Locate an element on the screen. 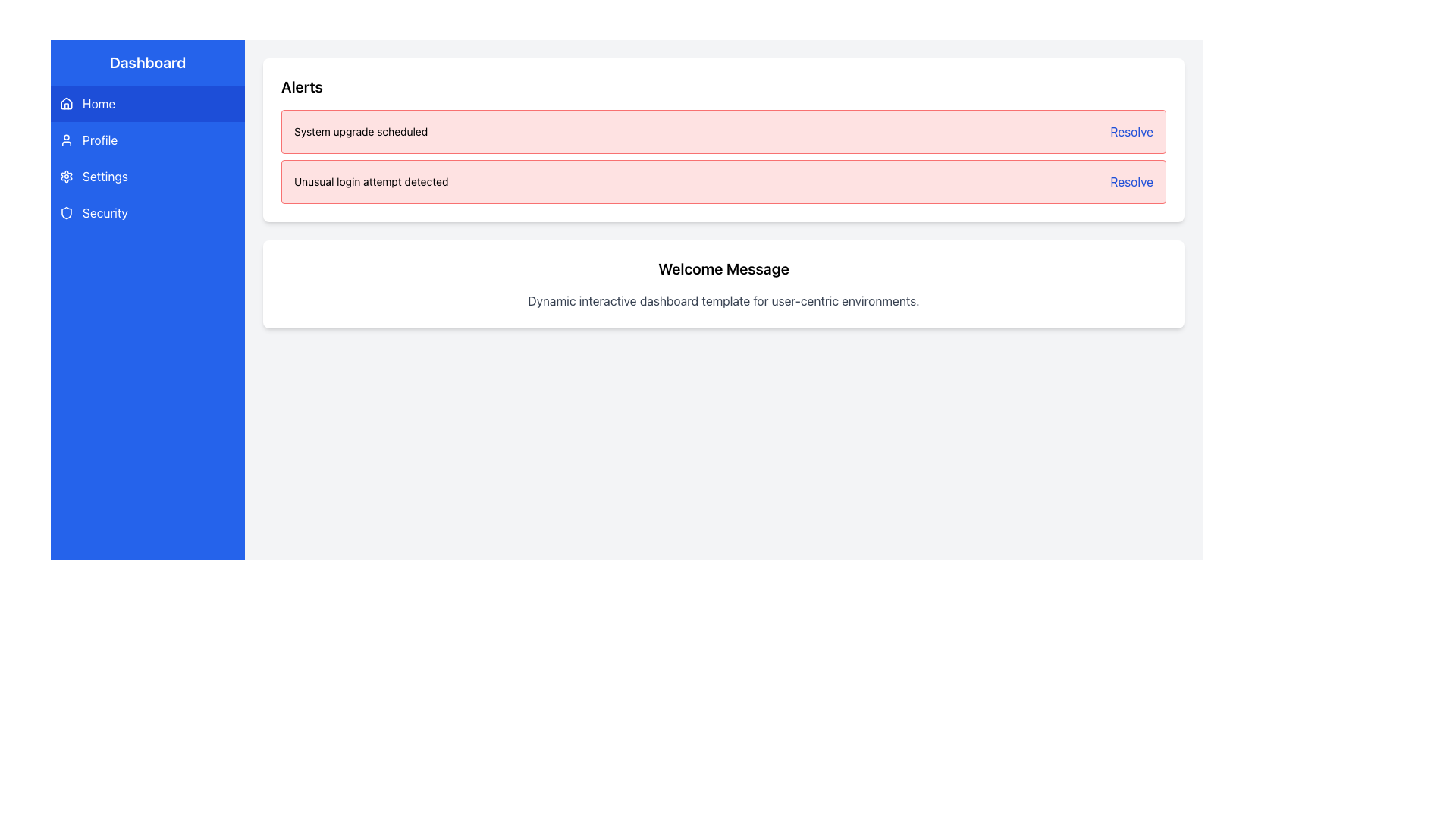 The height and width of the screenshot is (819, 1456). the navigation button located in the vertical menu, which redirects to the 'Security' section of the application is located at coordinates (148, 213).